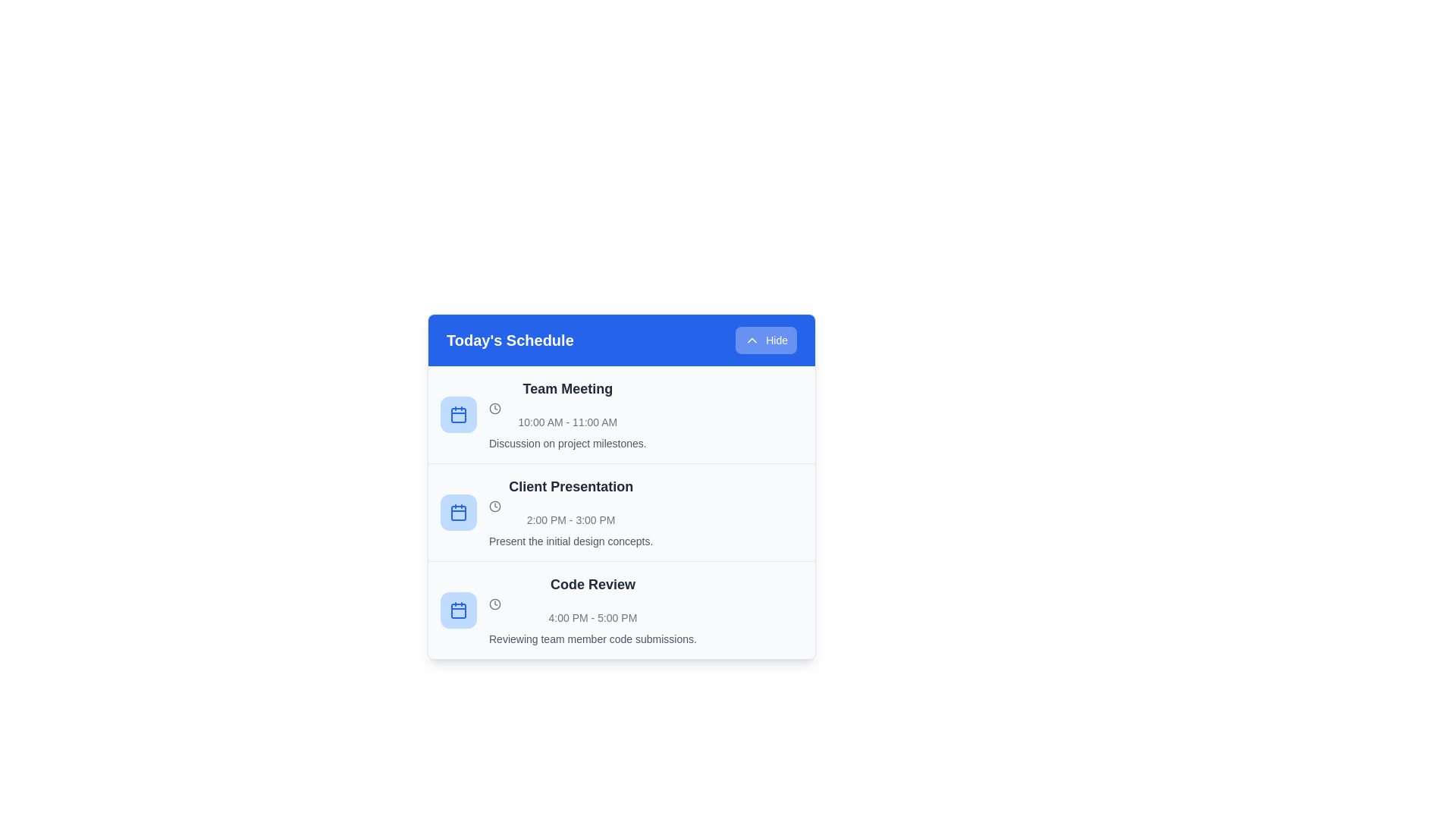  I want to click on the calendar icon within the light blue rounded rectangular button located at the top left of the 'Team Meeting' list item in the 'Today's Schedule' section, so click(457, 415).